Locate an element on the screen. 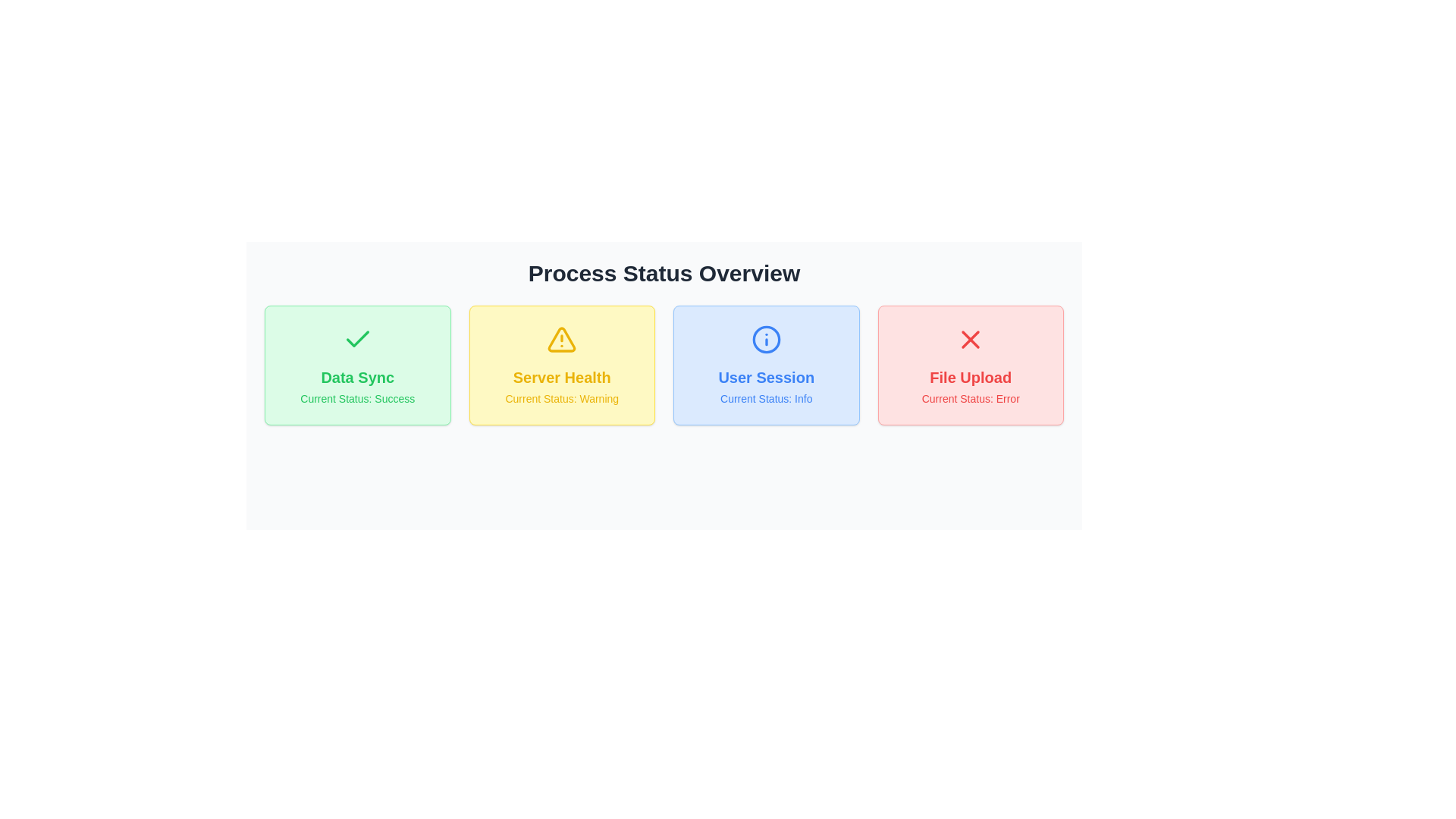 This screenshot has height=819, width=1456. the Informational card with a green background and the title 'Data Sync' located in the top left quadrant of the layout is located at coordinates (356, 366).